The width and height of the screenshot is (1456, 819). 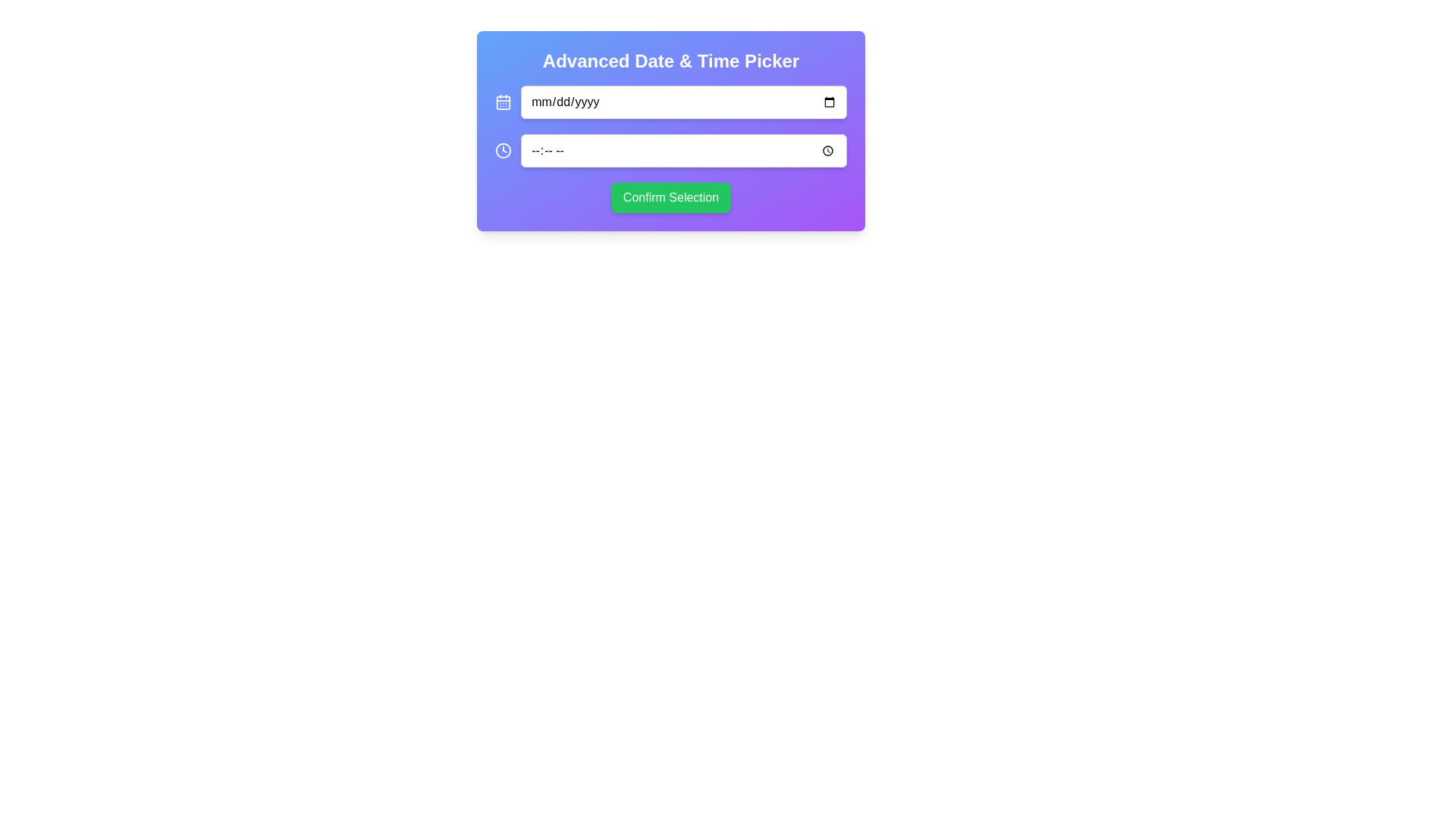 I want to click on the decorative SVG rectangle element that is part of the calendar icon, located to the left of the 'mm/dd/yyyy' text field, so click(x=504, y=102).